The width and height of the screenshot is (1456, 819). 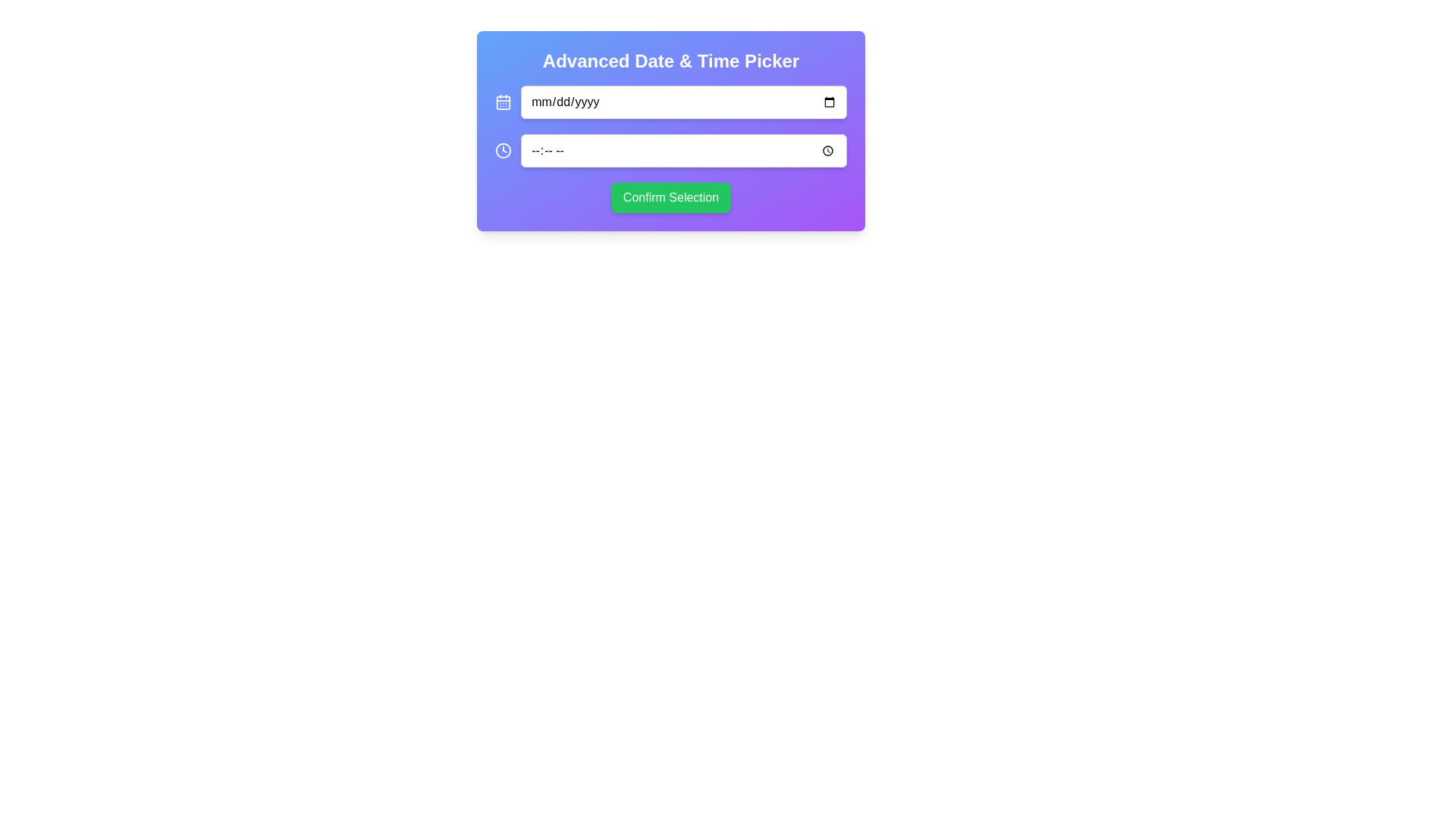 I want to click on the decorative SVG rectangle element that is part of the calendar icon, located to the left of the 'mm/dd/yyyy' text field, so click(x=504, y=102).